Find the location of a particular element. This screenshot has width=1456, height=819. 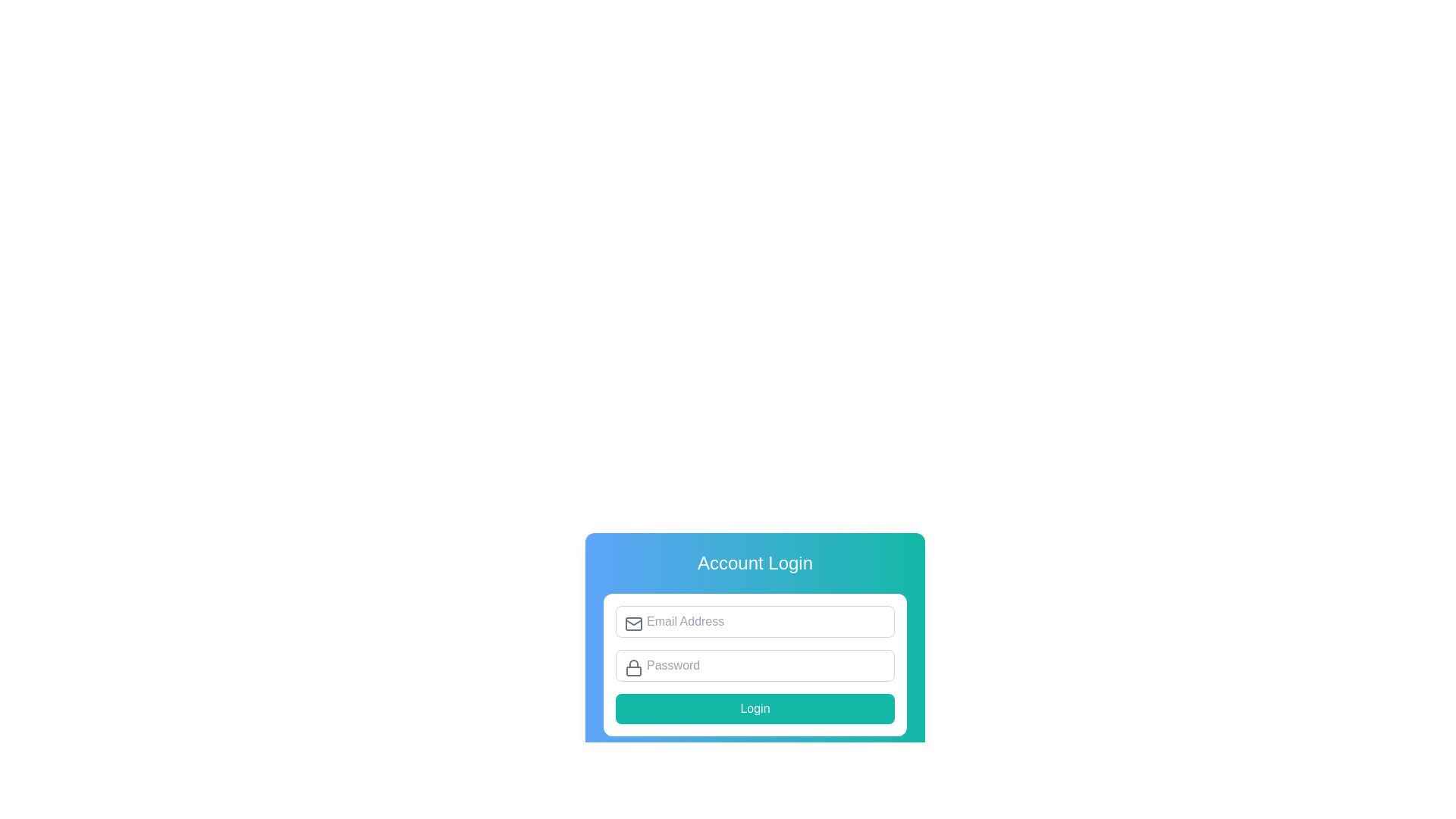

the password icon located to the left of the input field labeled 'Password' in the login form is located at coordinates (633, 667).